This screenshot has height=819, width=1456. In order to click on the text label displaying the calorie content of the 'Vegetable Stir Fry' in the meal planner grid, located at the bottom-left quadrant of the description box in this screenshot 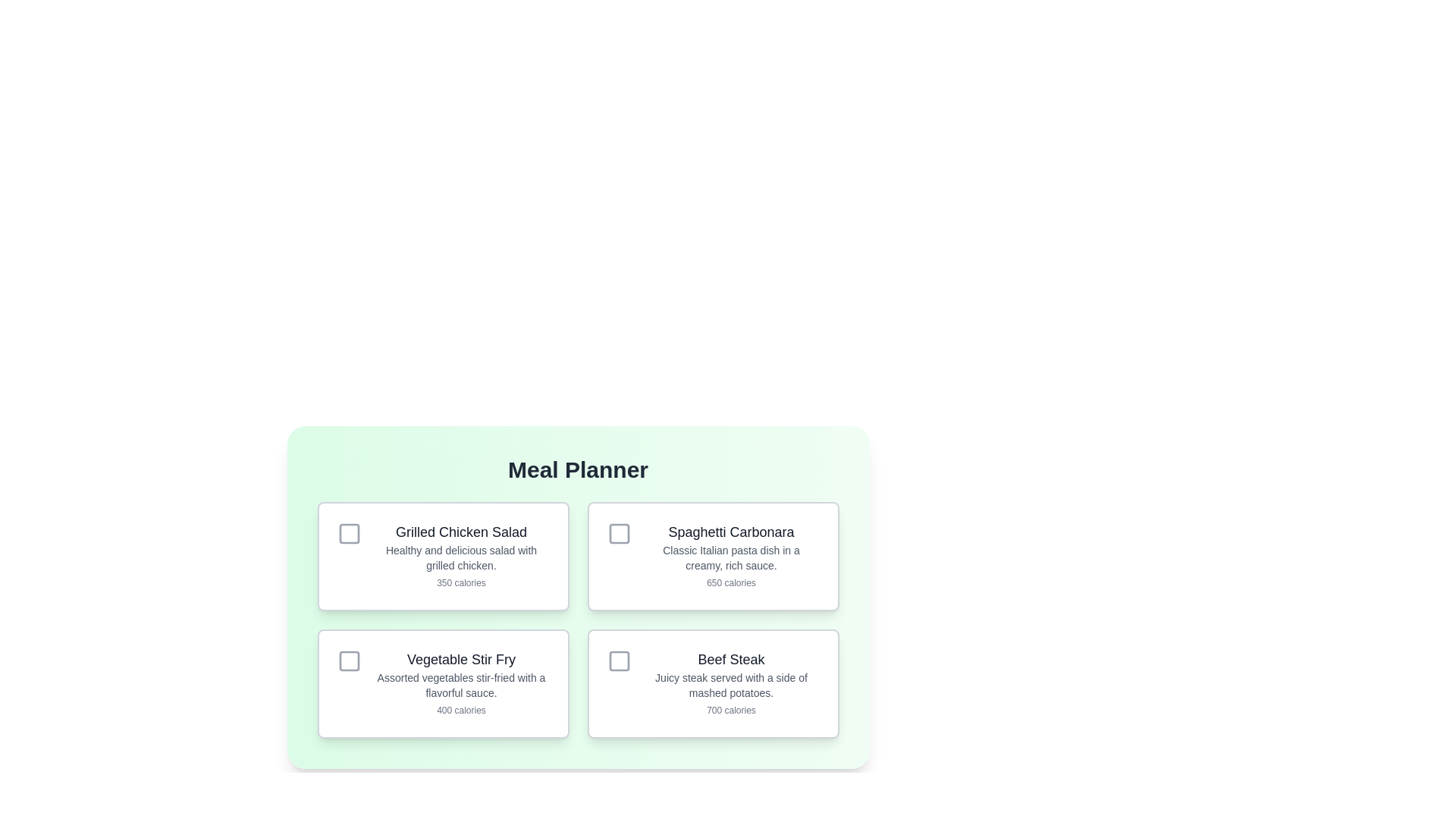, I will do `click(460, 711)`.